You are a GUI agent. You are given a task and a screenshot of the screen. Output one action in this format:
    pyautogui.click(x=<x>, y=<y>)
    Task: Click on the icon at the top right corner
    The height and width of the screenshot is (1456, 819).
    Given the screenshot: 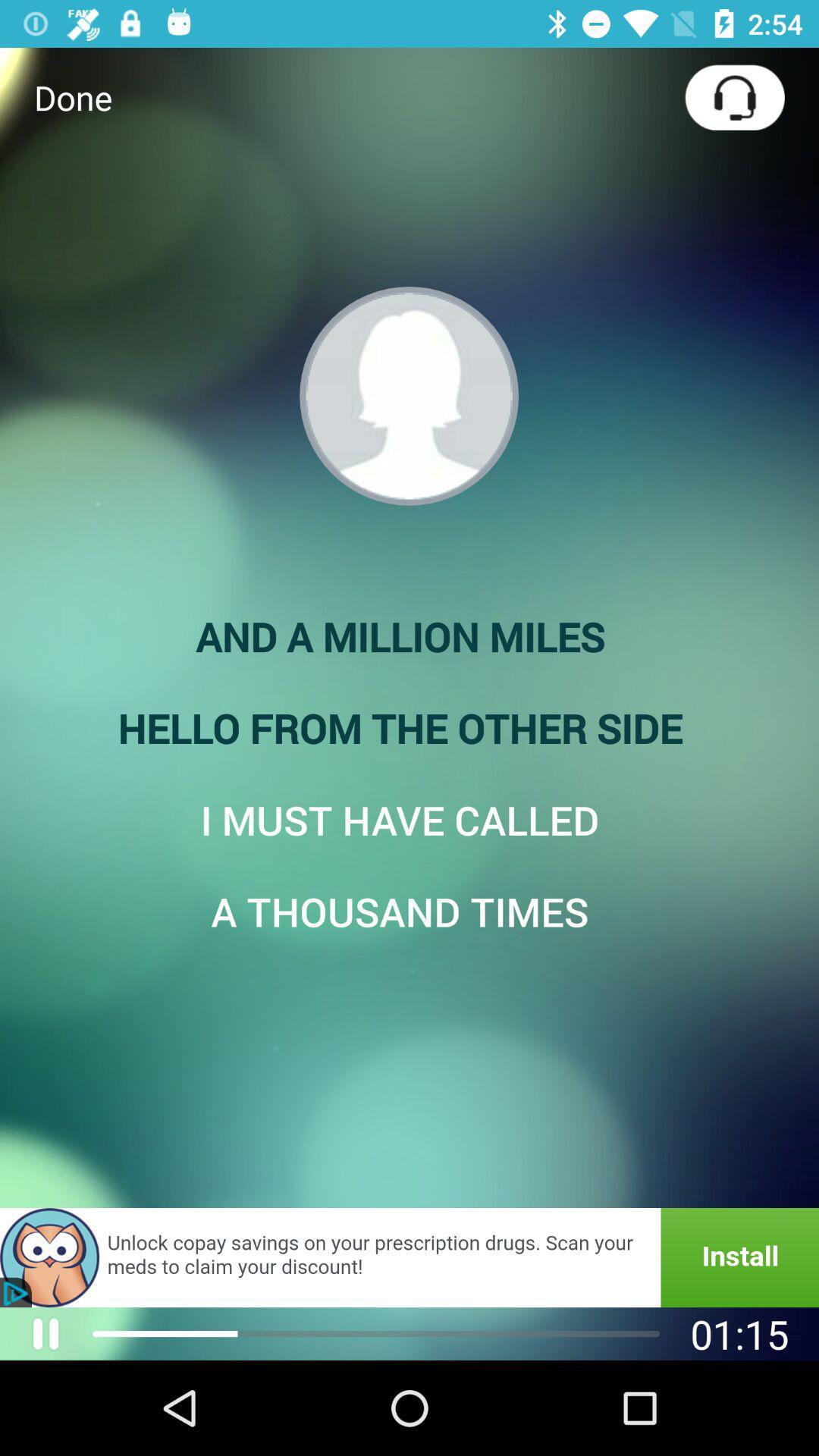 What is the action you would take?
    pyautogui.click(x=734, y=96)
    